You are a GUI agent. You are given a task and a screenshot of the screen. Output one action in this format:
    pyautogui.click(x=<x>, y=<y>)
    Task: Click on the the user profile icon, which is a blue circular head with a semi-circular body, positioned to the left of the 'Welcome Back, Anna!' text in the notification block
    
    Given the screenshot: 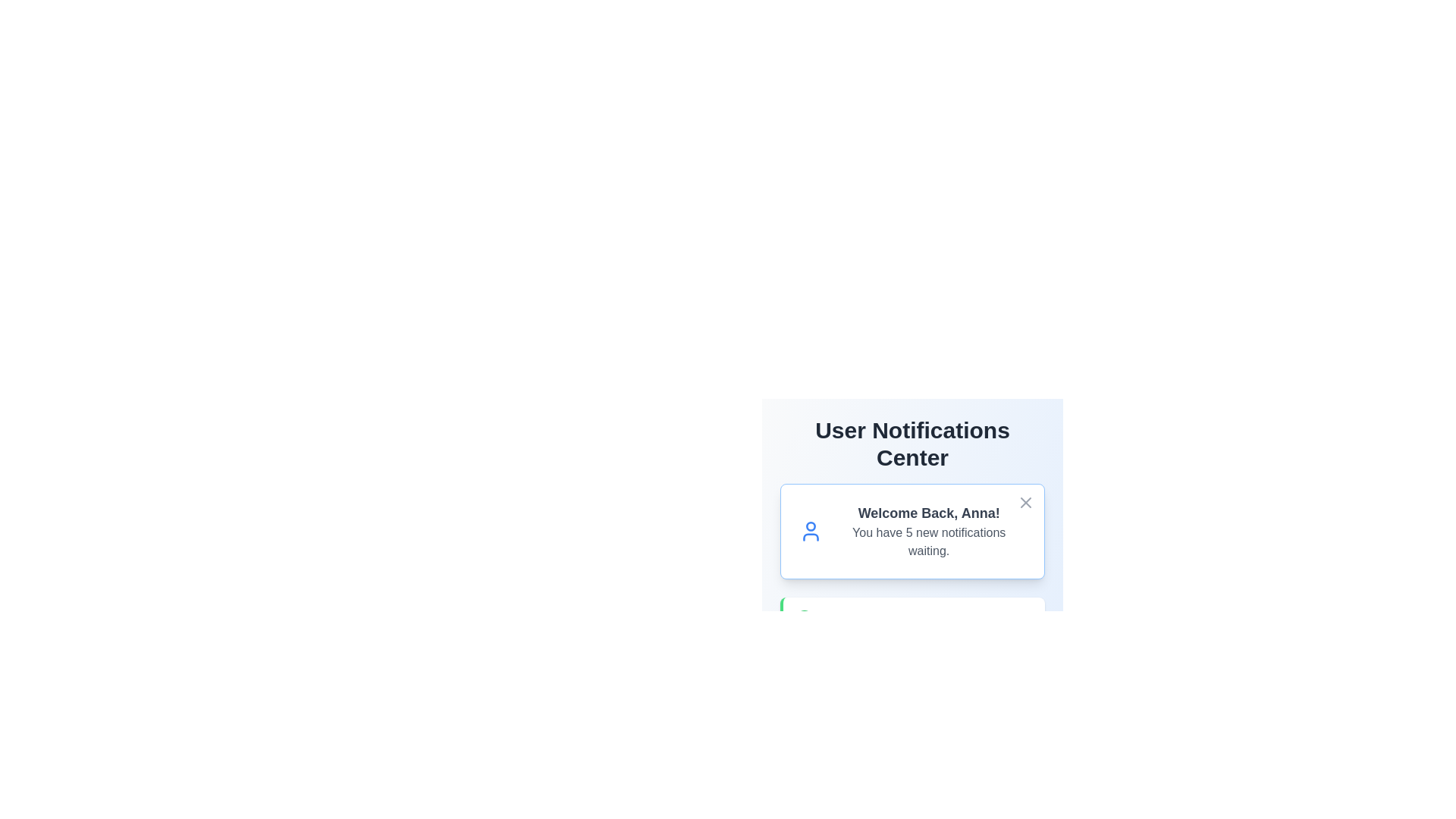 What is the action you would take?
    pyautogui.click(x=810, y=531)
    